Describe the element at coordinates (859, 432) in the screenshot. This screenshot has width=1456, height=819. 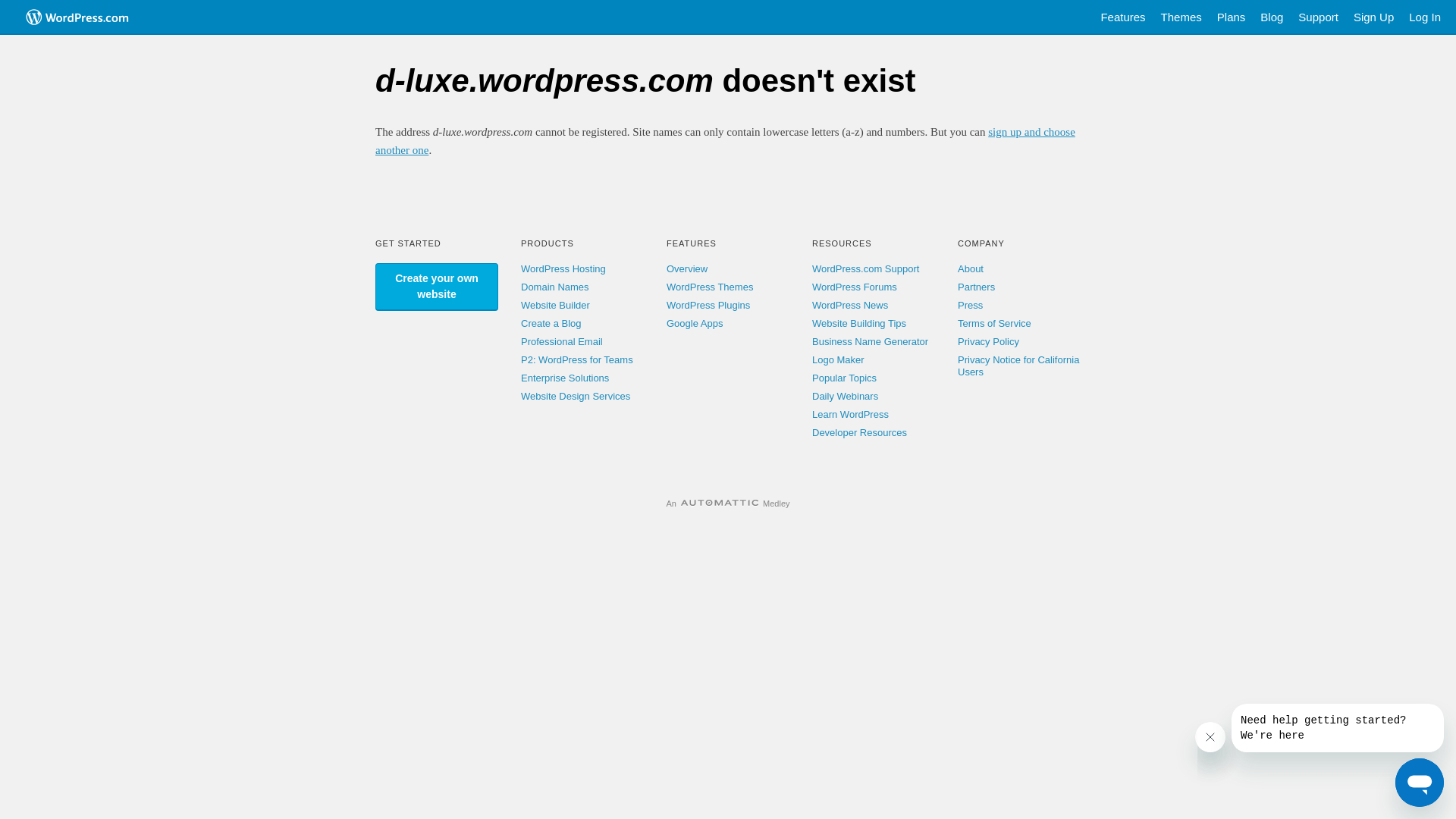
I see `'Developer Resources'` at that location.